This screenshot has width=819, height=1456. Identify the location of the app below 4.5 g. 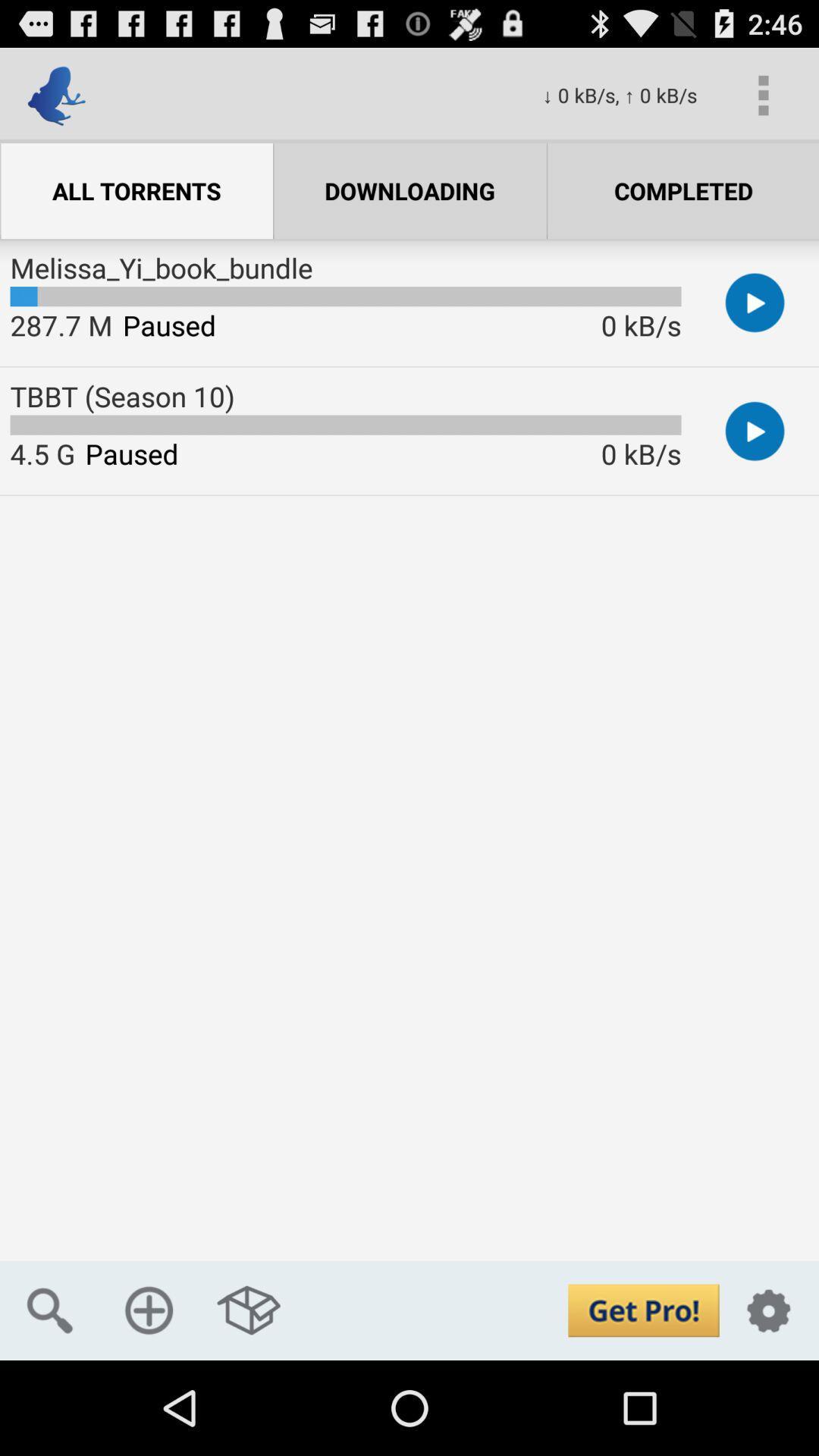
(49, 1310).